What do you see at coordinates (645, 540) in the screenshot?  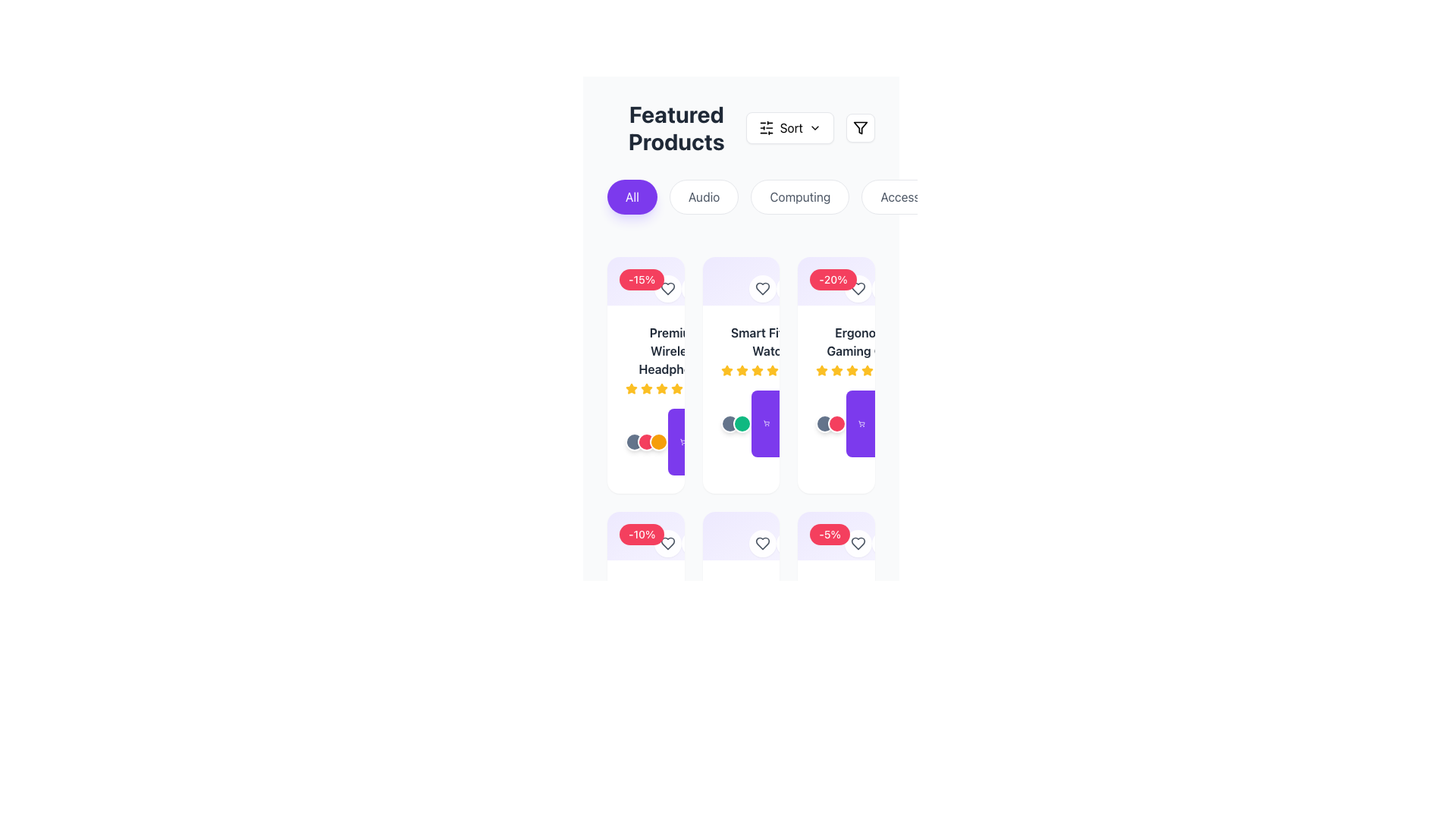 I see `the discount percentage label located at the top-left side of the product card, above the main product information and next to the heart icon for favorites` at bounding box center [645, 540].